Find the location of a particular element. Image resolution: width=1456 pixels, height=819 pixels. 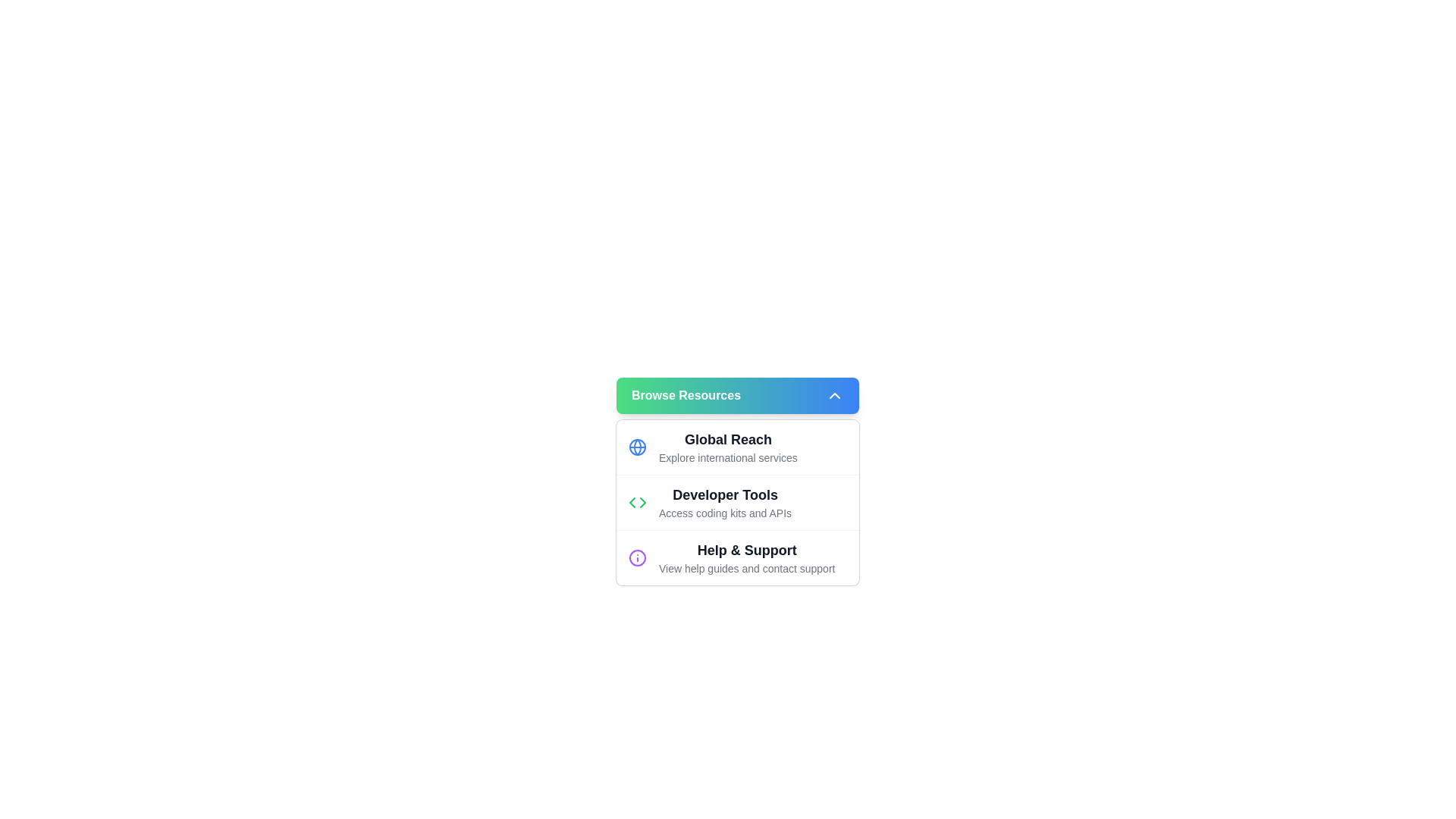

the expandable/collapsible icon is located at coordinates (833, 394).